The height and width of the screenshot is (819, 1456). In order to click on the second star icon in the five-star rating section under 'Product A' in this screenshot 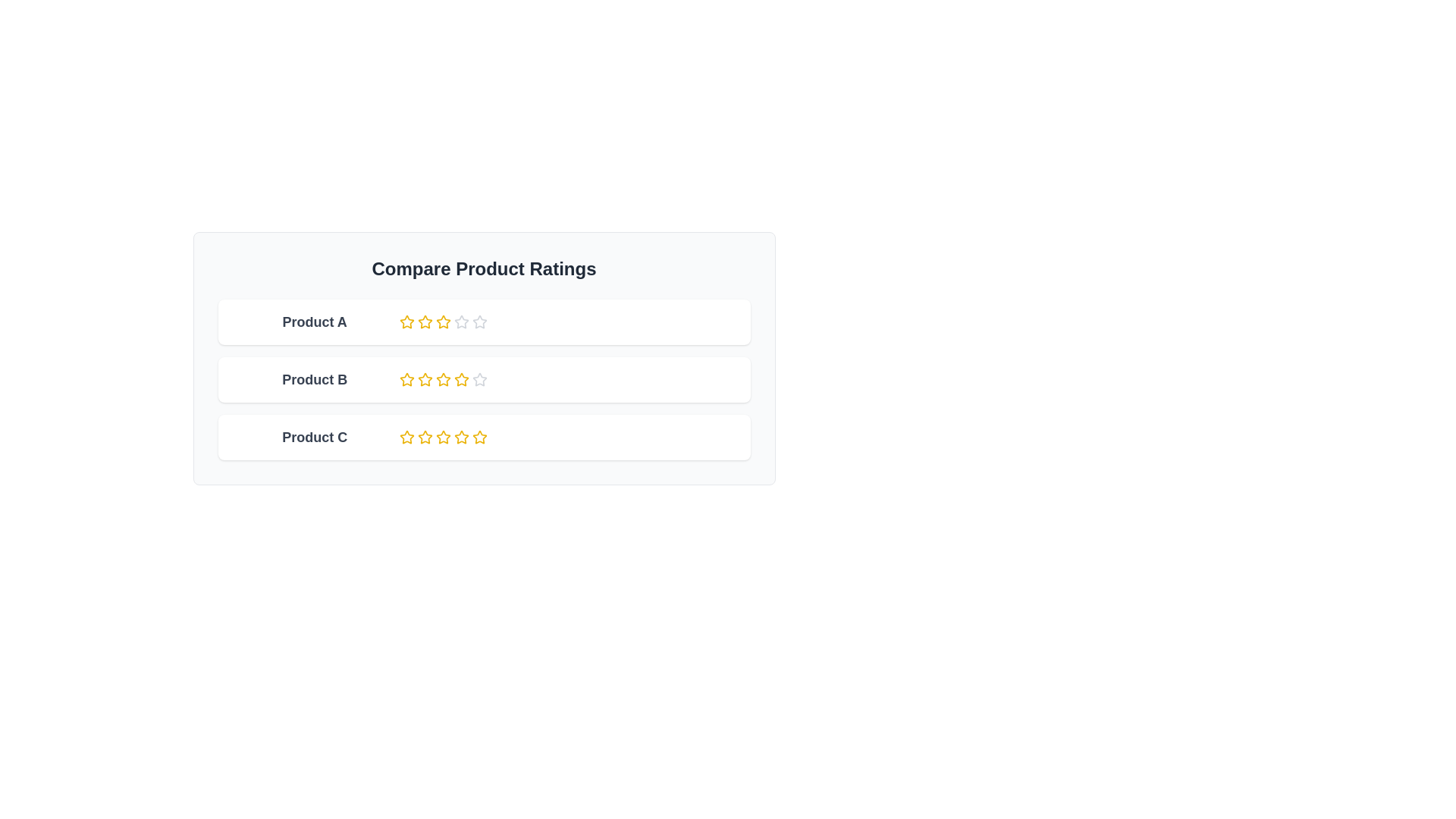, I will do `click(406, 321)`.